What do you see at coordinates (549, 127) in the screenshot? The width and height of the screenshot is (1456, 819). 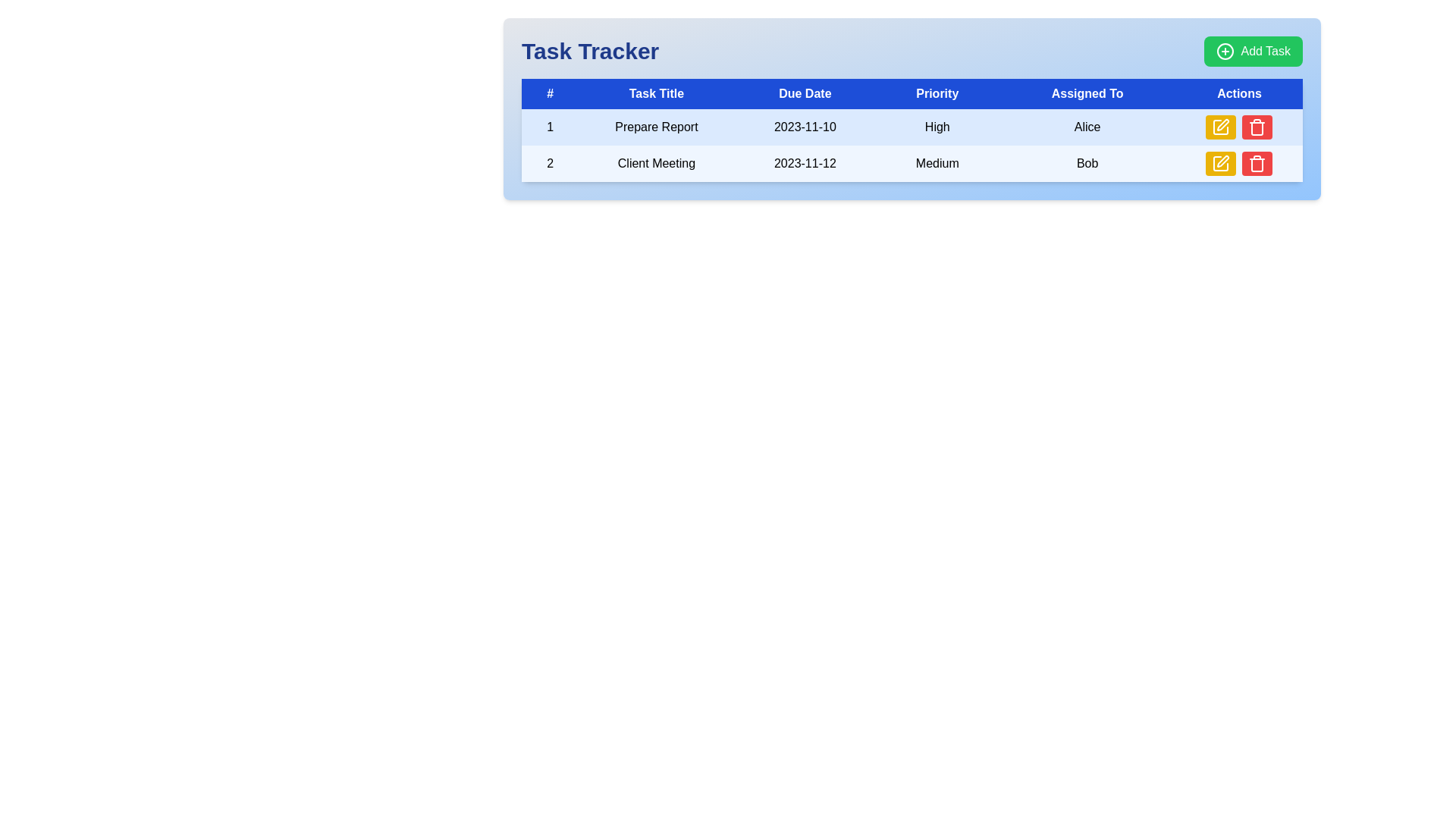 I see `the first table cell that indicates the row number, located directly under the '#' header in the blue-colored header row` at bounding box center [549, 127].